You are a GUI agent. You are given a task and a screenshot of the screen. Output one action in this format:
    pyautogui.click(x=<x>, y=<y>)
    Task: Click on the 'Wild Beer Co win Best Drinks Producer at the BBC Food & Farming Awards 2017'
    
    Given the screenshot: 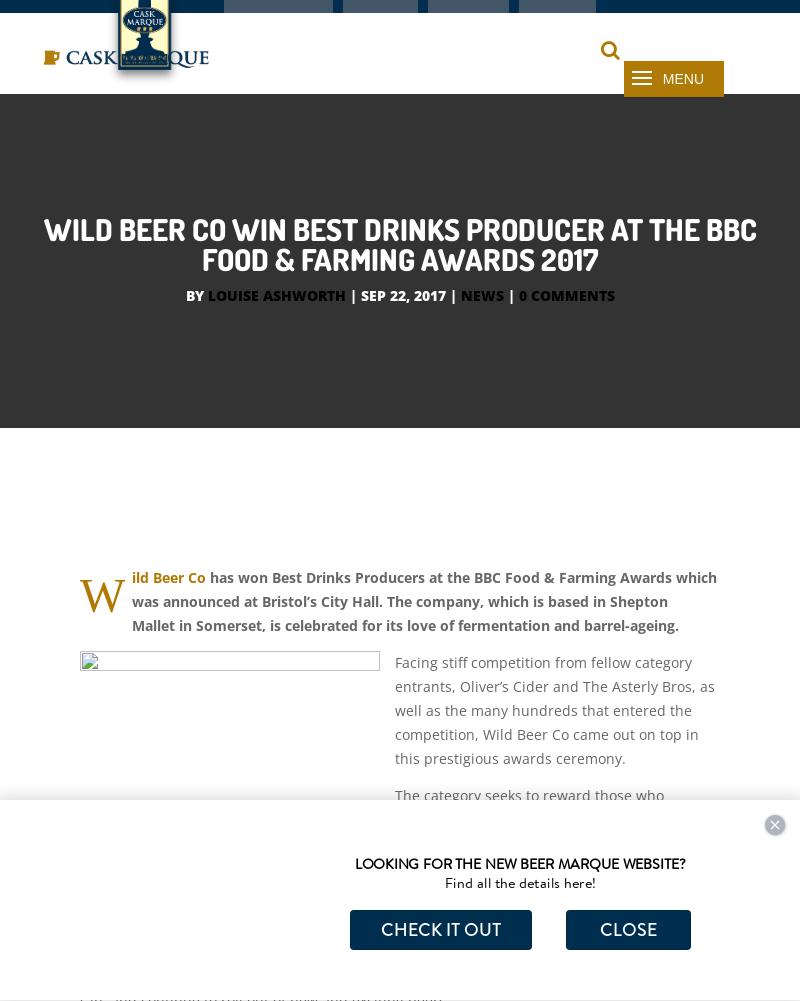 What is the action you would take?
    pyautogui.click(x=398, y=287)
    